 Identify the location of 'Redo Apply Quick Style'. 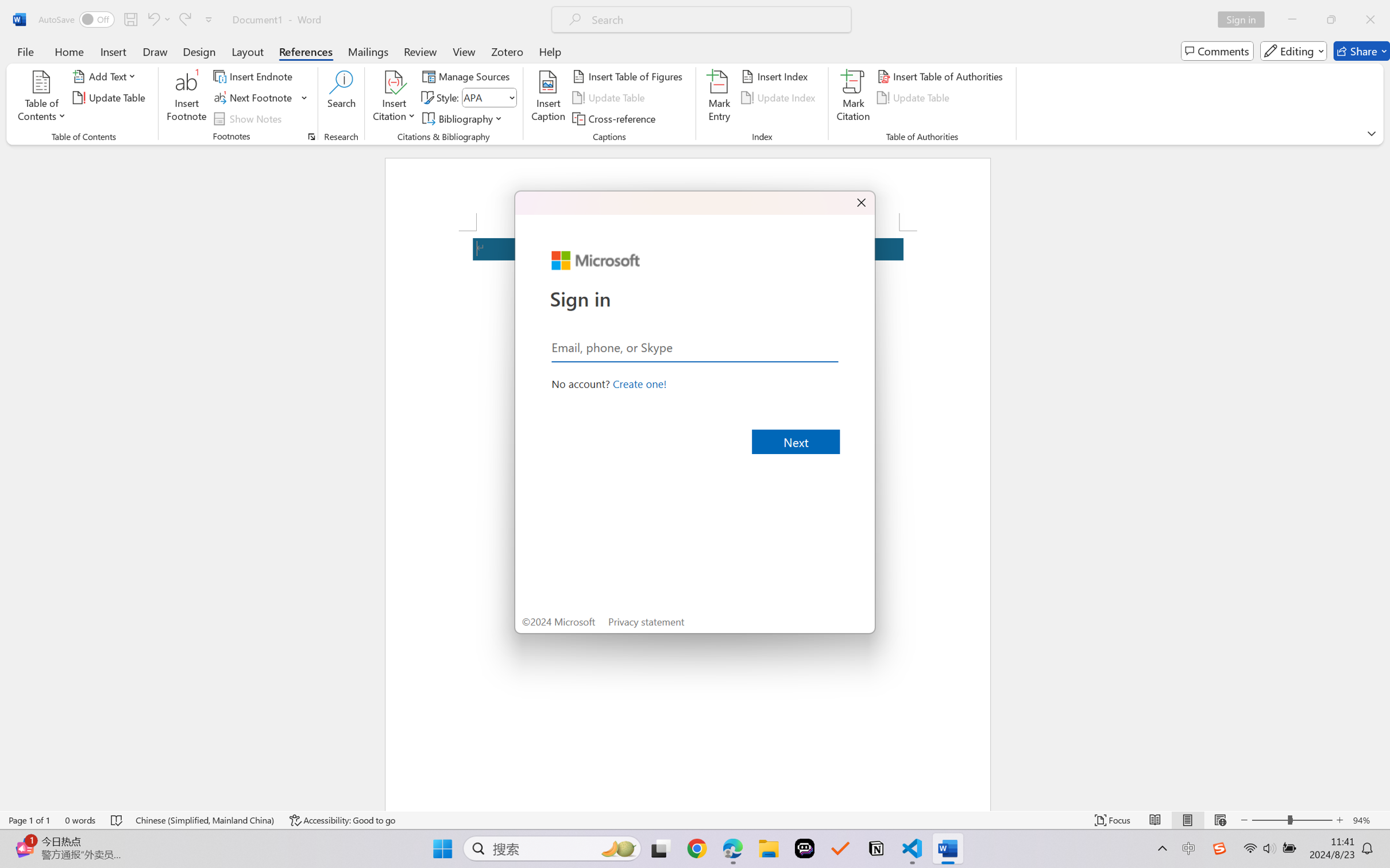
(184, 19).